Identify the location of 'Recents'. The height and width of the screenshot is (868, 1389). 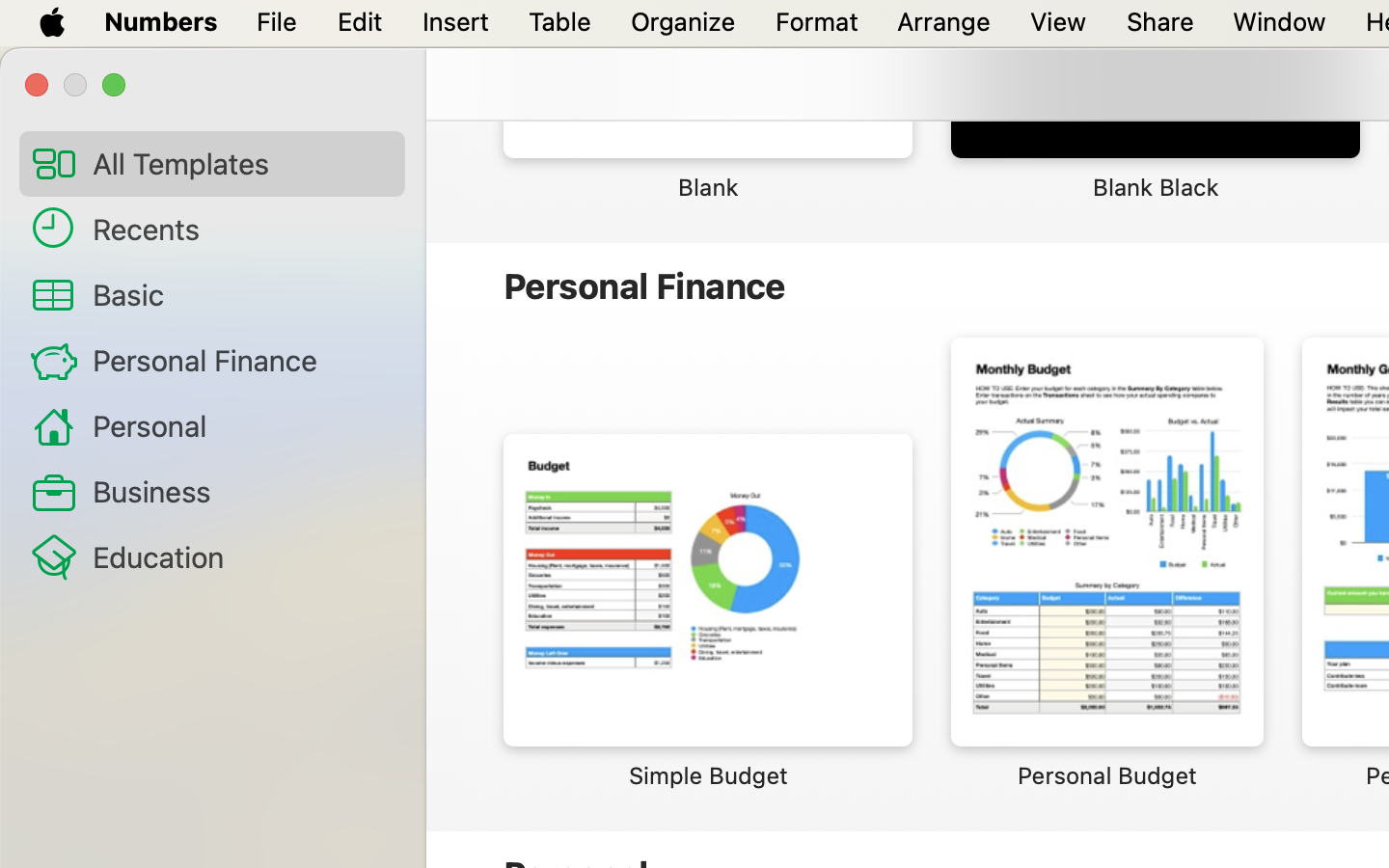
(239, 227).